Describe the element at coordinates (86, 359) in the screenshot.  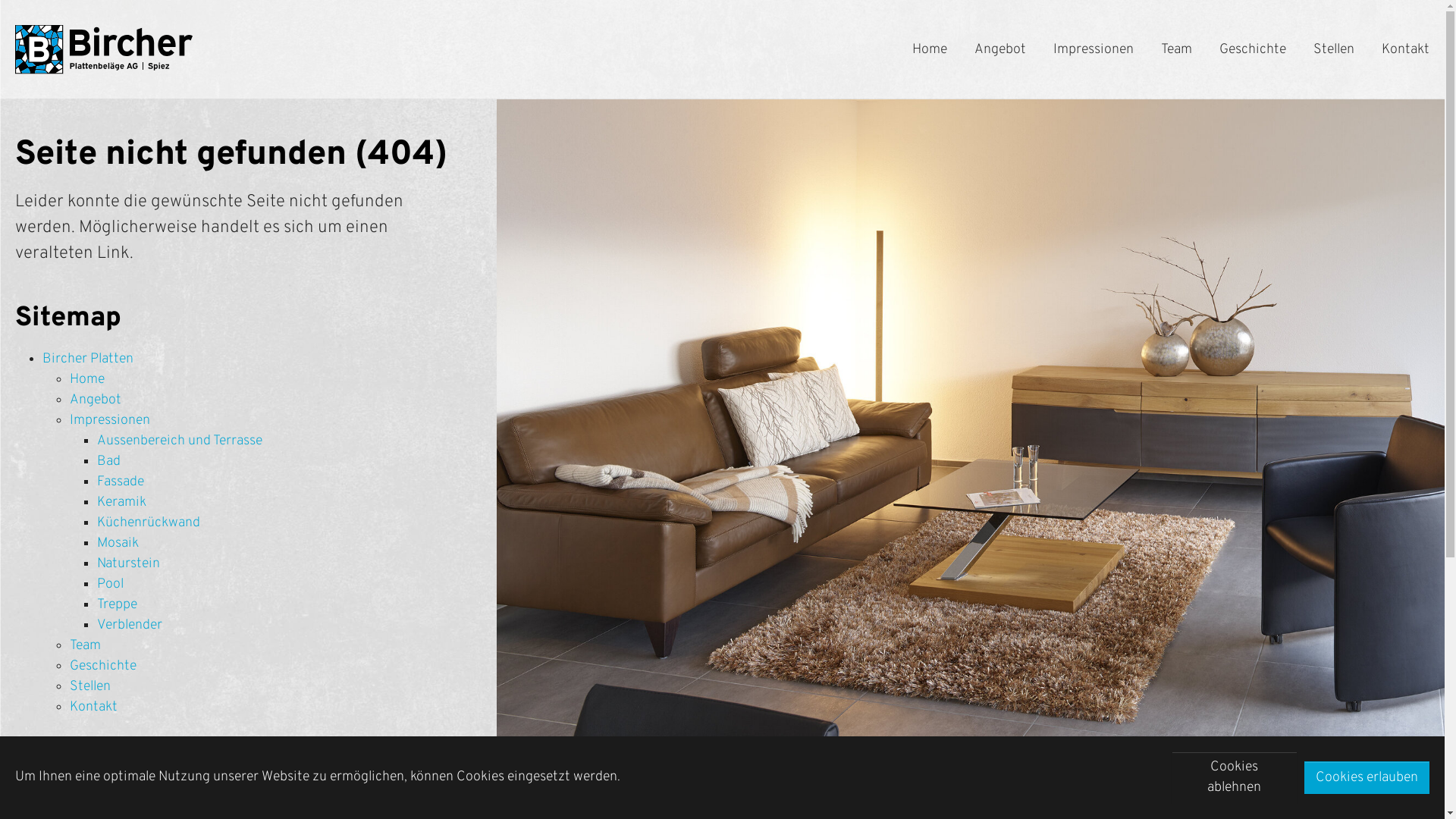
I see `'Bircher Platten'` at that location.